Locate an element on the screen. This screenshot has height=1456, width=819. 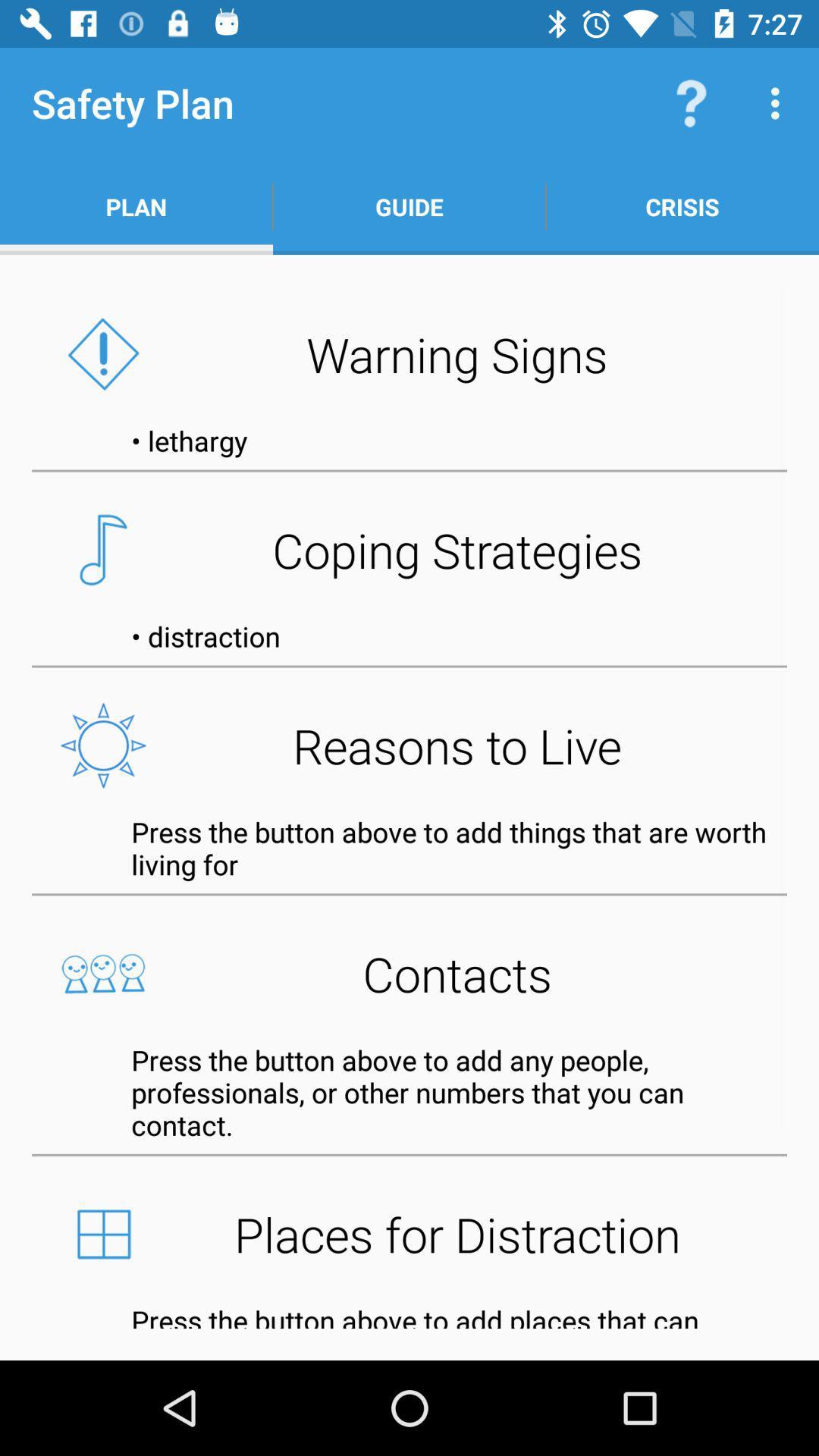
the item below plan icon is located at coordinates (409, 353).